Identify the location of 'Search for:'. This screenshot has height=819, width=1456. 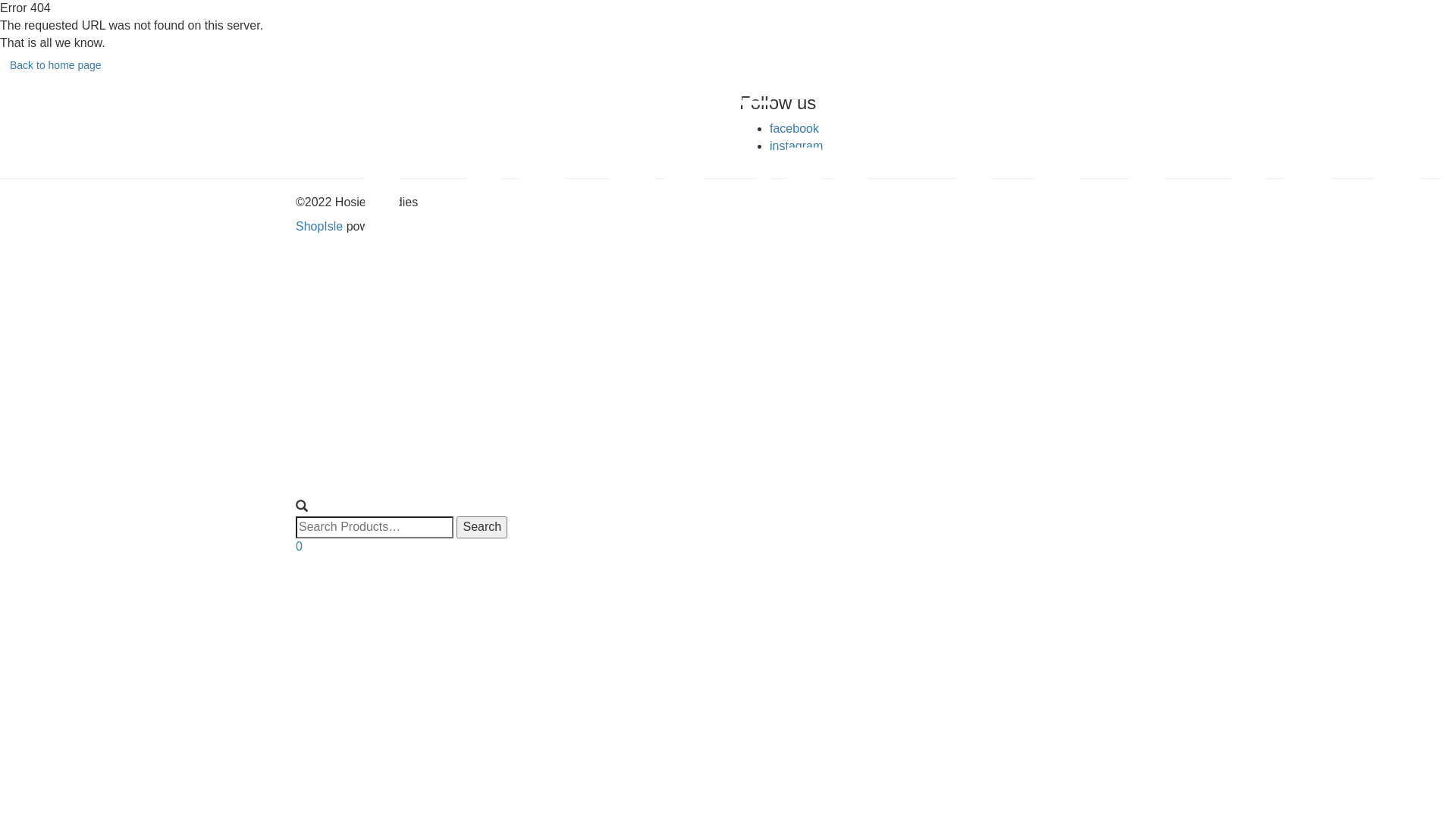
(375, 526).